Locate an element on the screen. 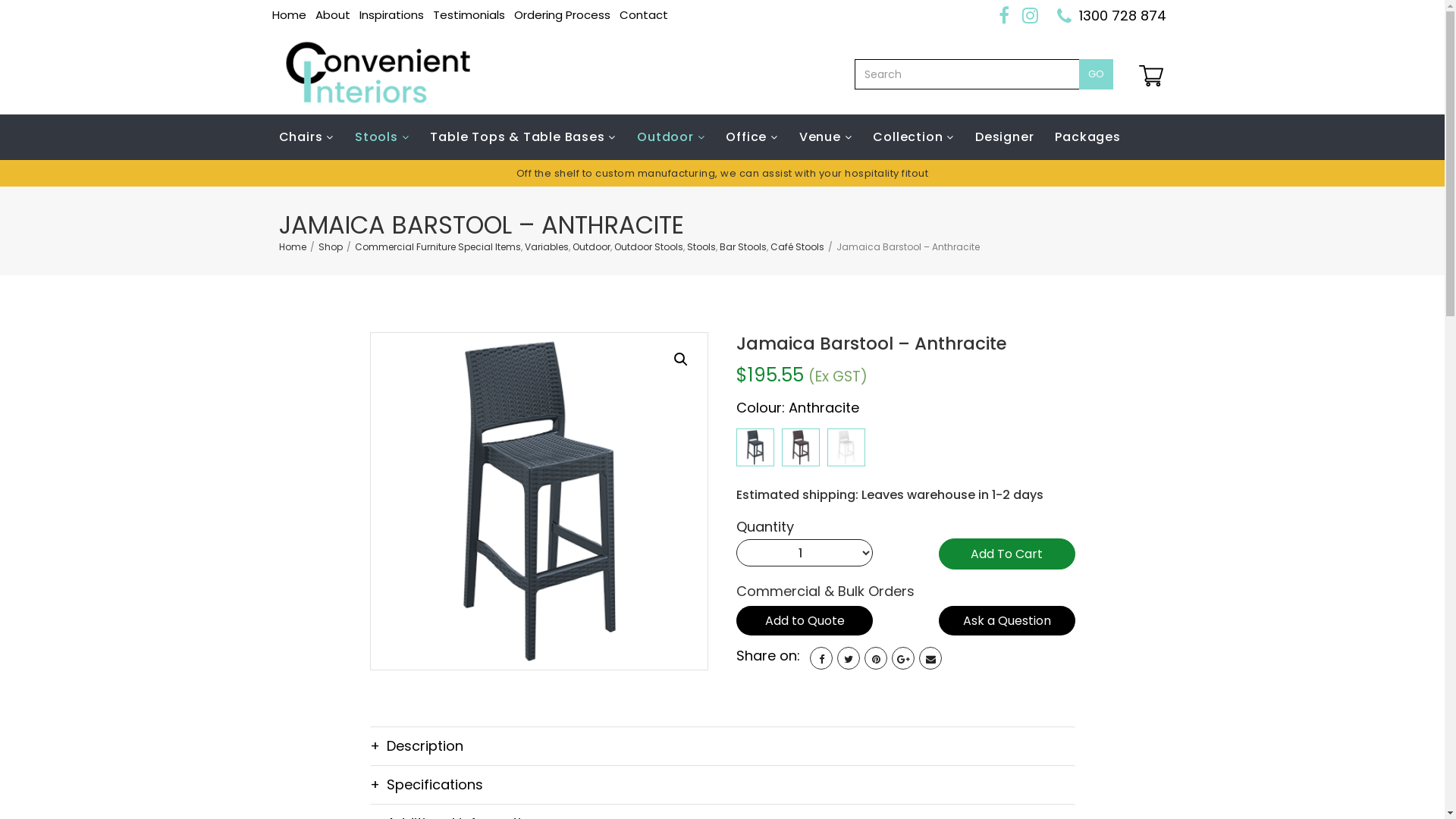  'Collection' is located at coordinates (912, 137).